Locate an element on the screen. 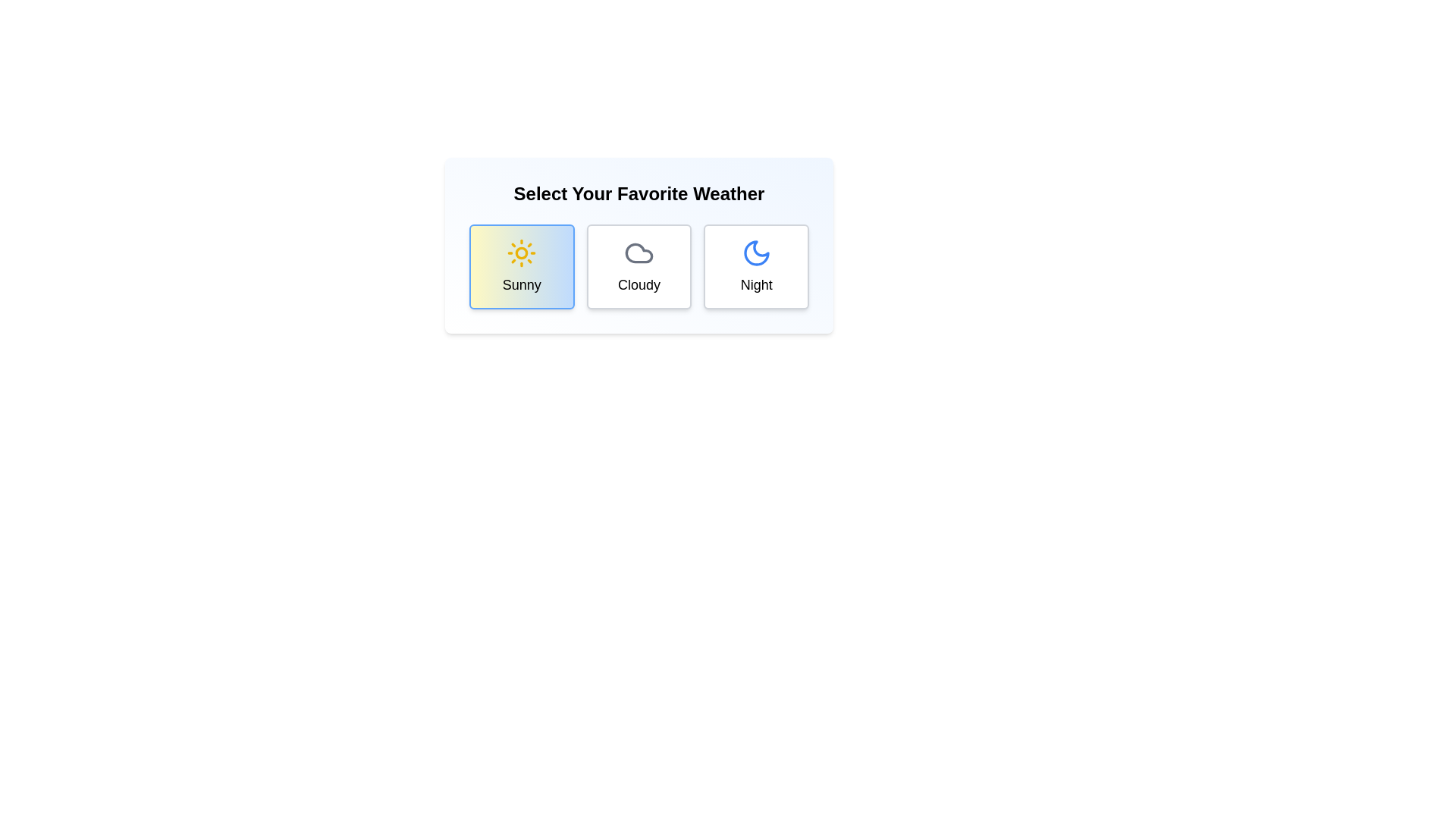 This screenshot has width=1456, height=819. the crescent moon icon in the 'Select Your Favorite Weather' menu for additional actions is located at coordinates (756, 253).